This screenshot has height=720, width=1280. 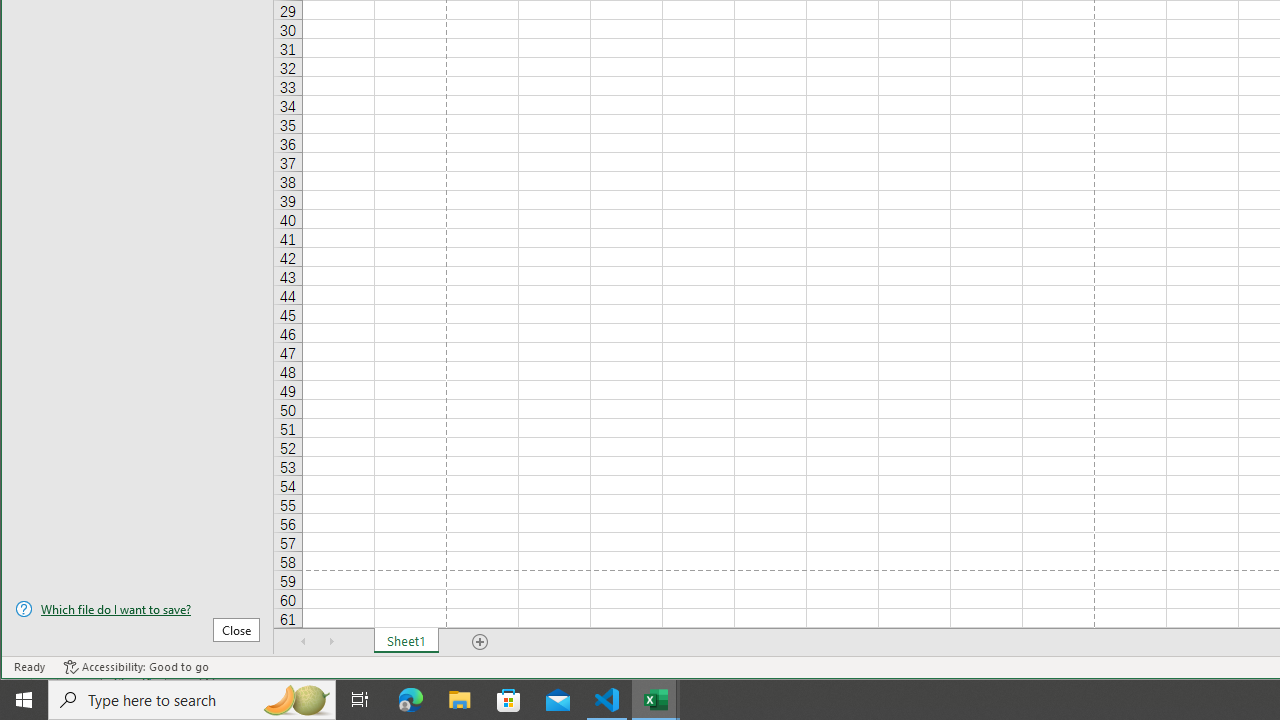 I want to click on 'Which file do I want to save?', so click(x=136, y=608).